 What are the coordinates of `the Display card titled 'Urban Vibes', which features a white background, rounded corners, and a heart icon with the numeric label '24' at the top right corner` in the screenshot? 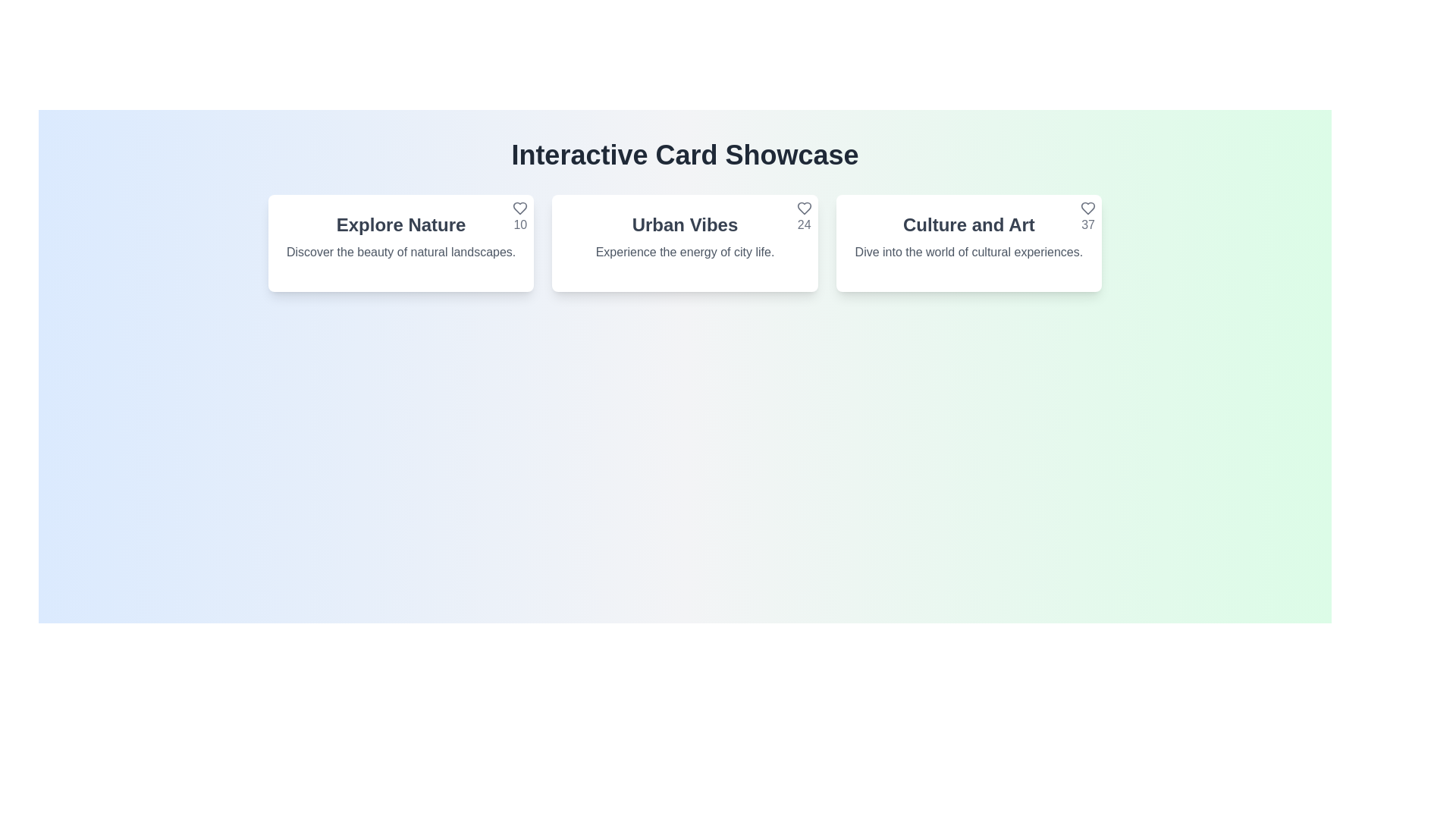 It's located at (684, 242).